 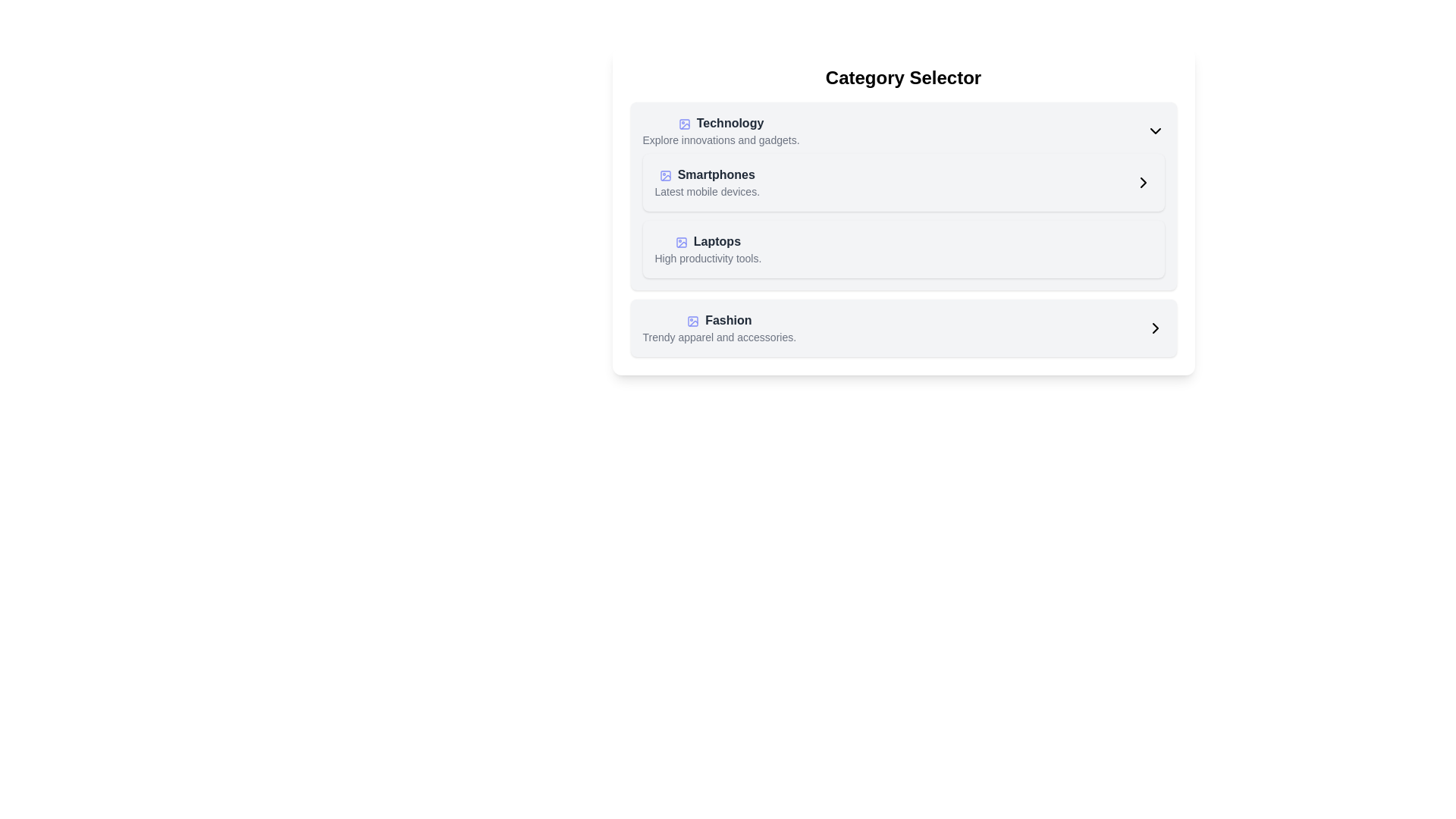 I want to click on the 'Laptops' category button, which describes 'High productivity tools', so click(x=903, y=248).